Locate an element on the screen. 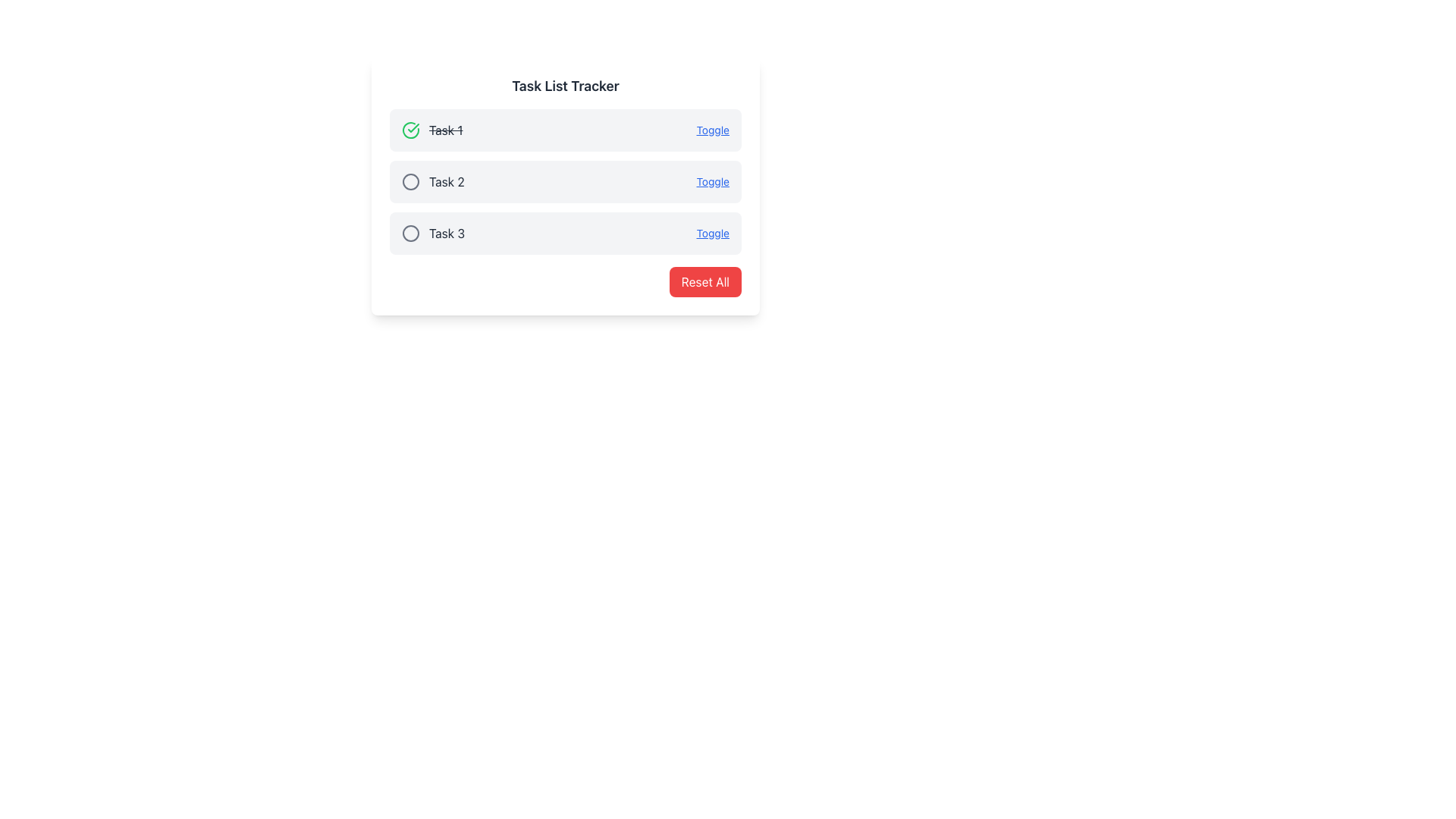  the leftmost icon in the second task row of the task list is located at coordinates (411, 180).